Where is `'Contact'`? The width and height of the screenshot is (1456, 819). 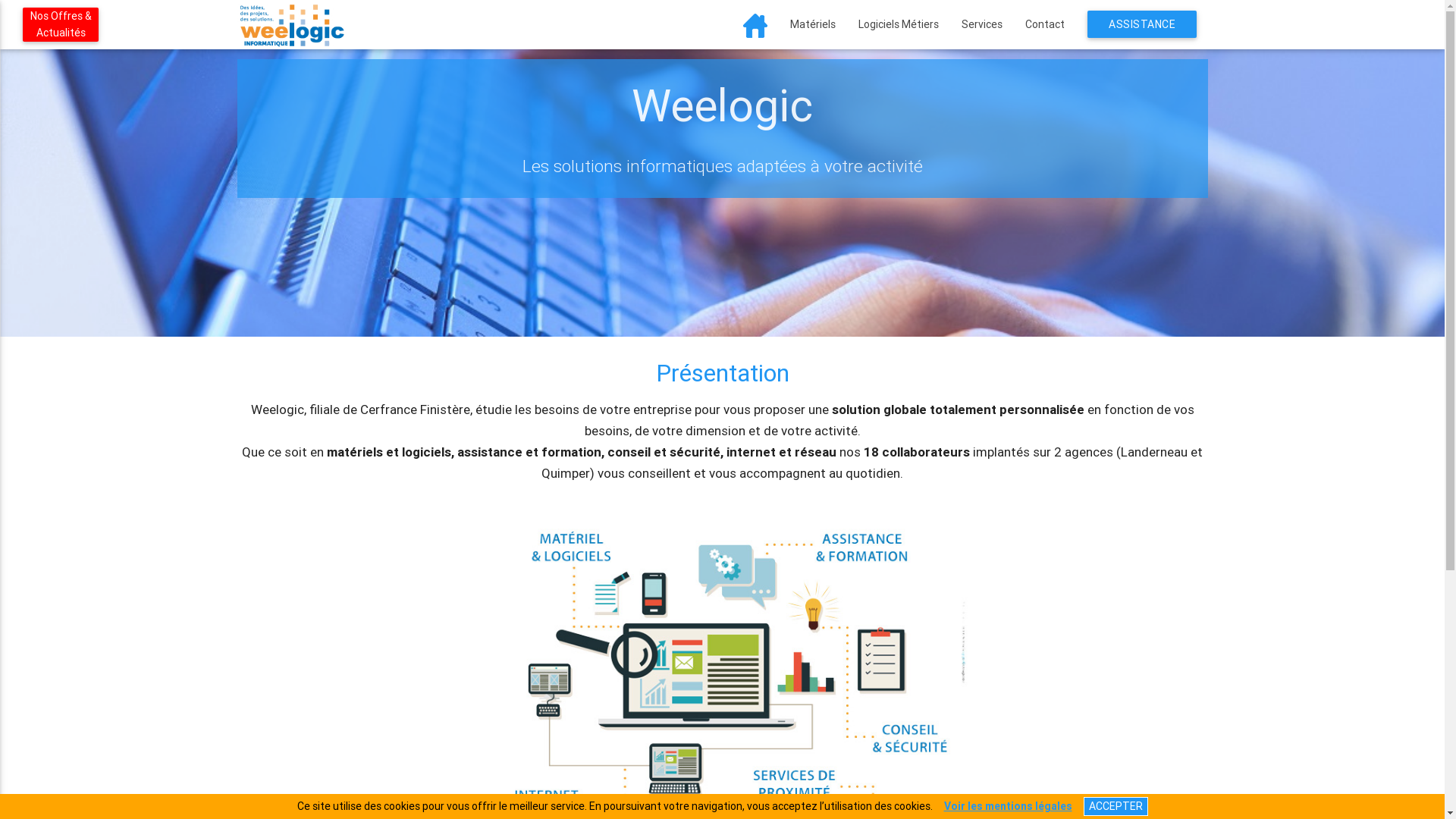
'Contact' is located at coordinates (1043, 24).